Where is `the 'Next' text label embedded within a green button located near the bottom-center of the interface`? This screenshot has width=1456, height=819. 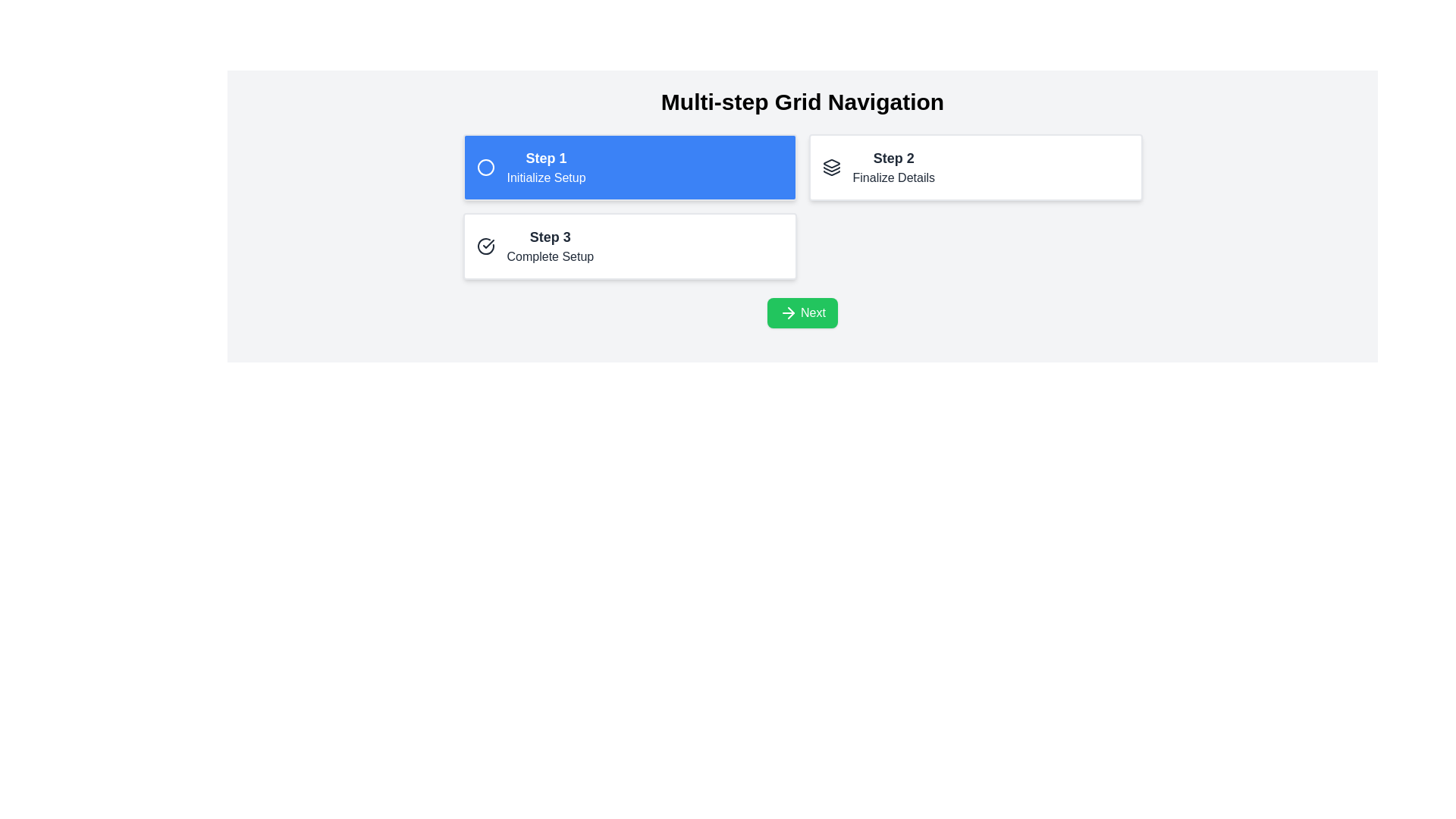 the 'Next' text label embedded within a green button located near the bottom-center of the interface is located at coordinates (812, 312).